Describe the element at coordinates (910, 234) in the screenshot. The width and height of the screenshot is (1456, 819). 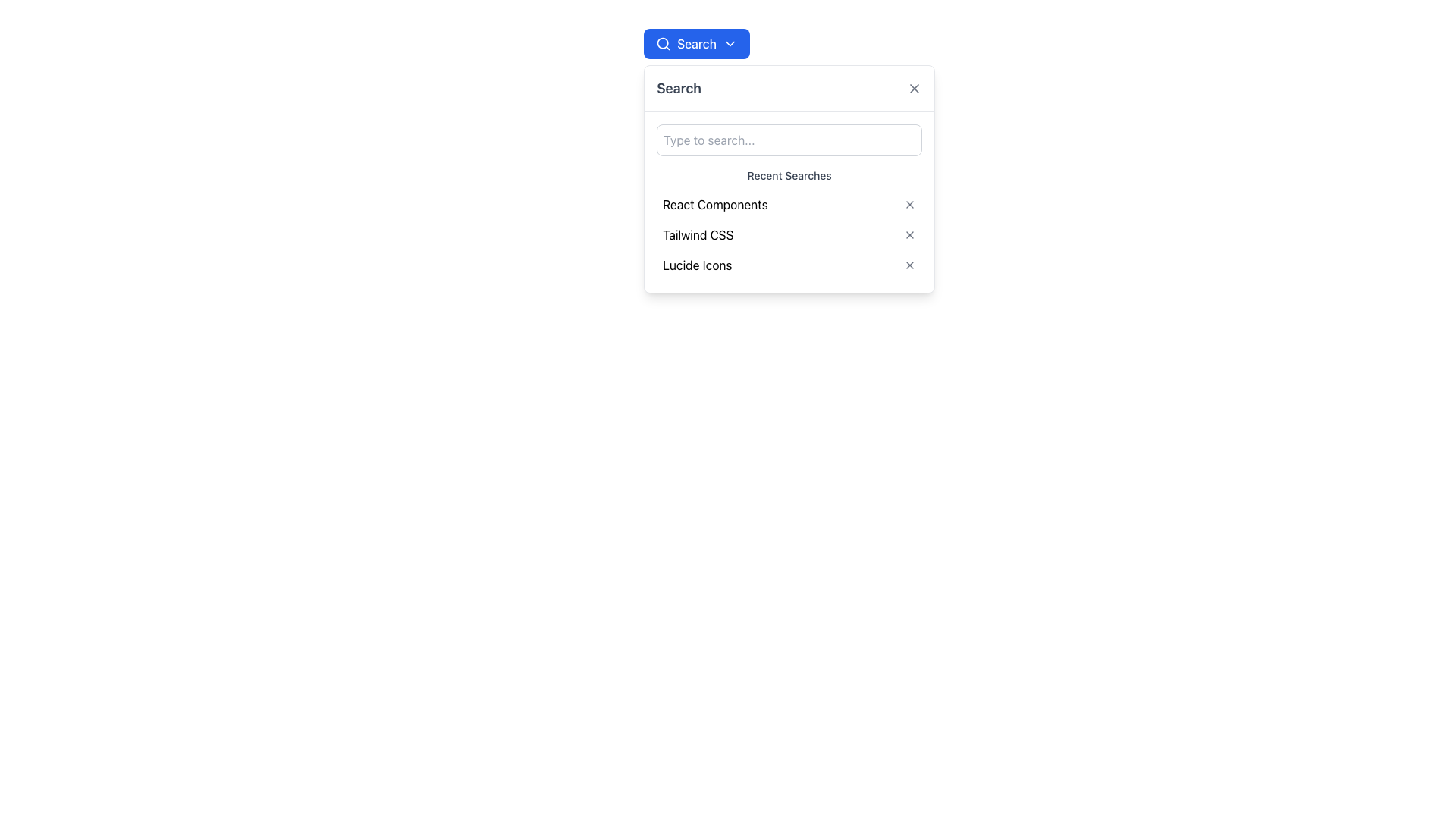
I see `the small 'X' icon button located at the far right side of the 'Tailwind CSS' text row in the recent searches dropdown menu` at that location.